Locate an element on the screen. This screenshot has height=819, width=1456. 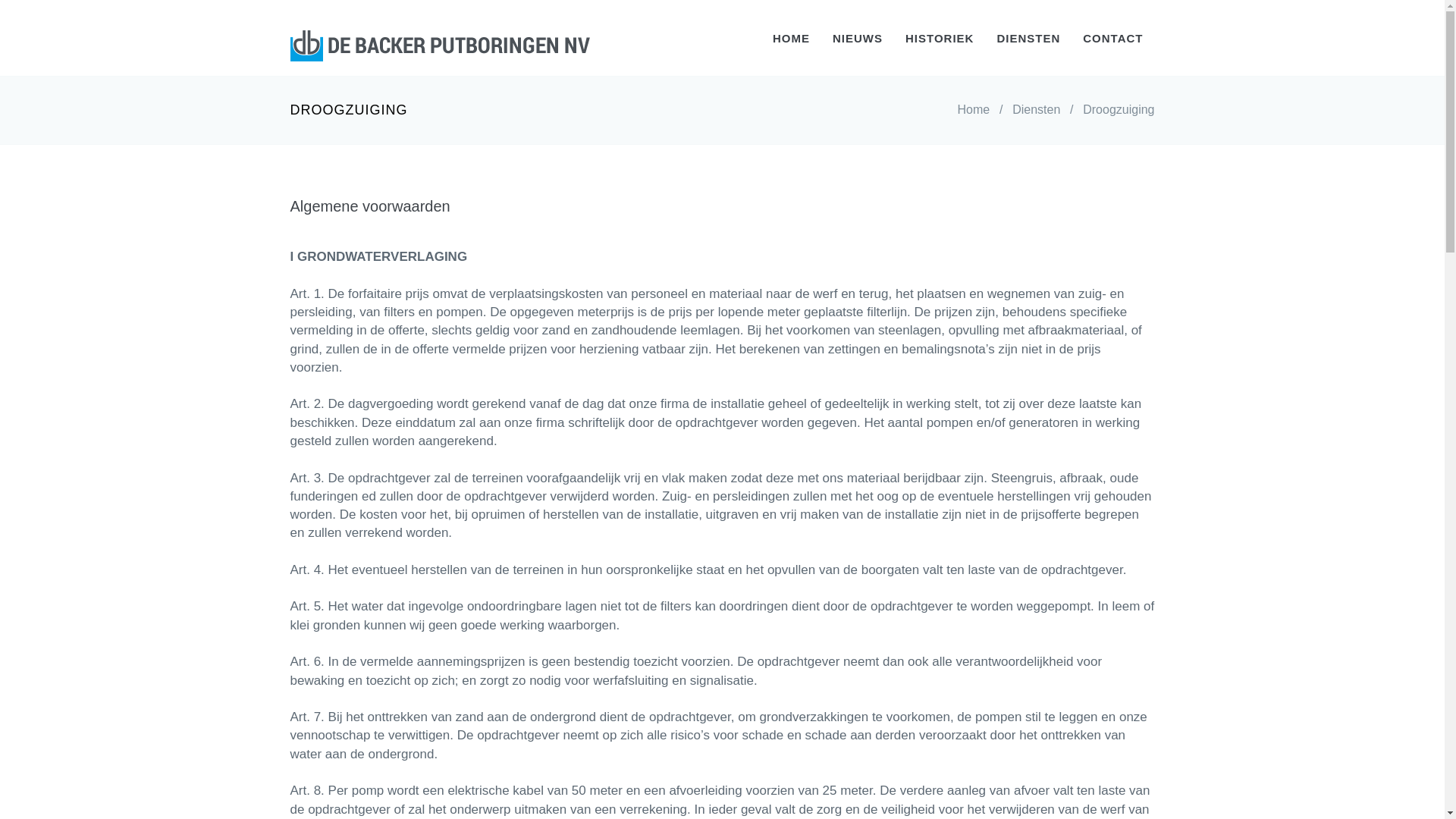
'HISTORIEK' is located at coordinates (938, 37).